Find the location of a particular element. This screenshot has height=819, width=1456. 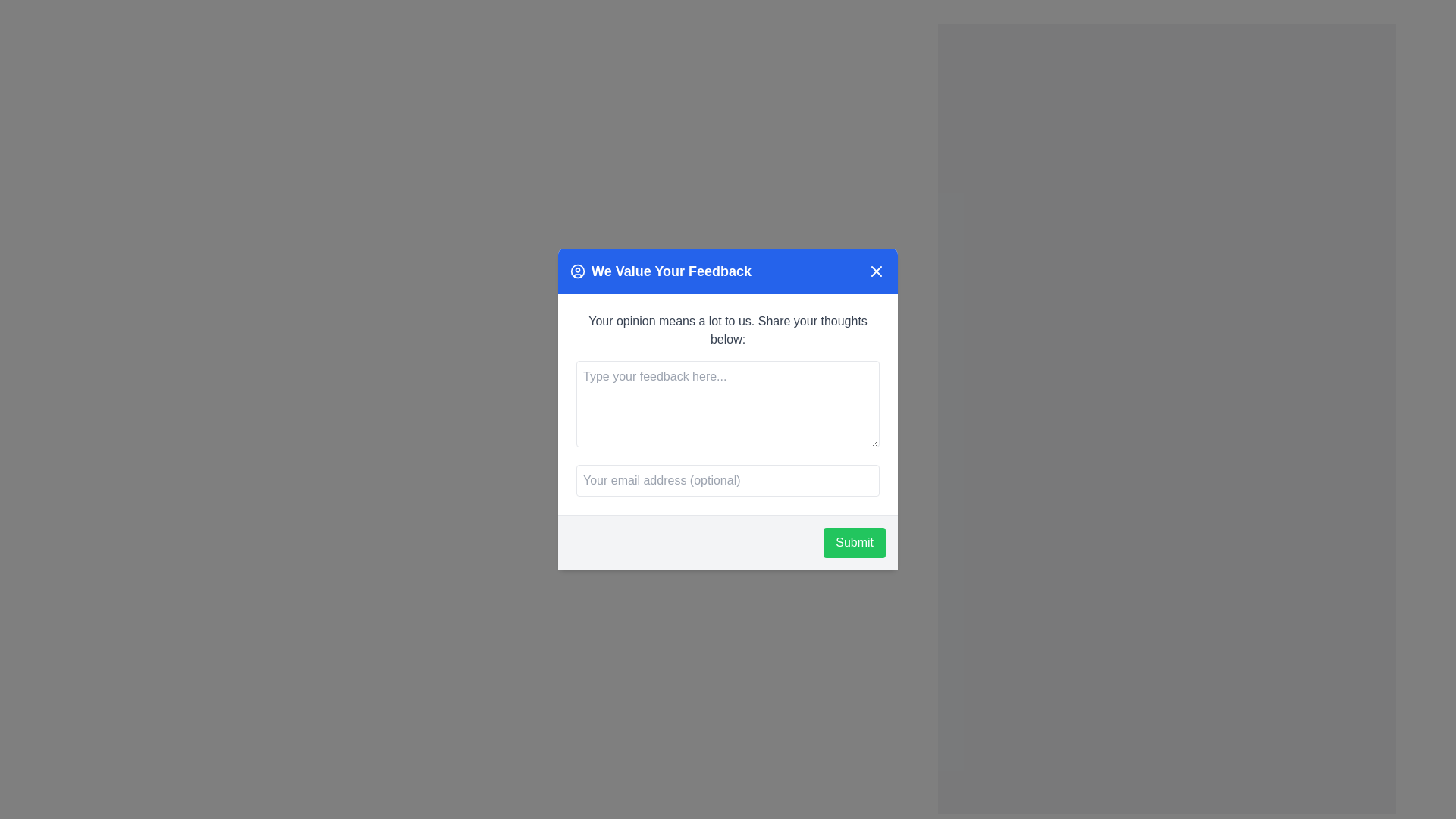

the green rectangular 'Submit' button located in the footer section of the 'We Value Your Feedback' modal to observe the hover effect is located at coordinates (855, 542).